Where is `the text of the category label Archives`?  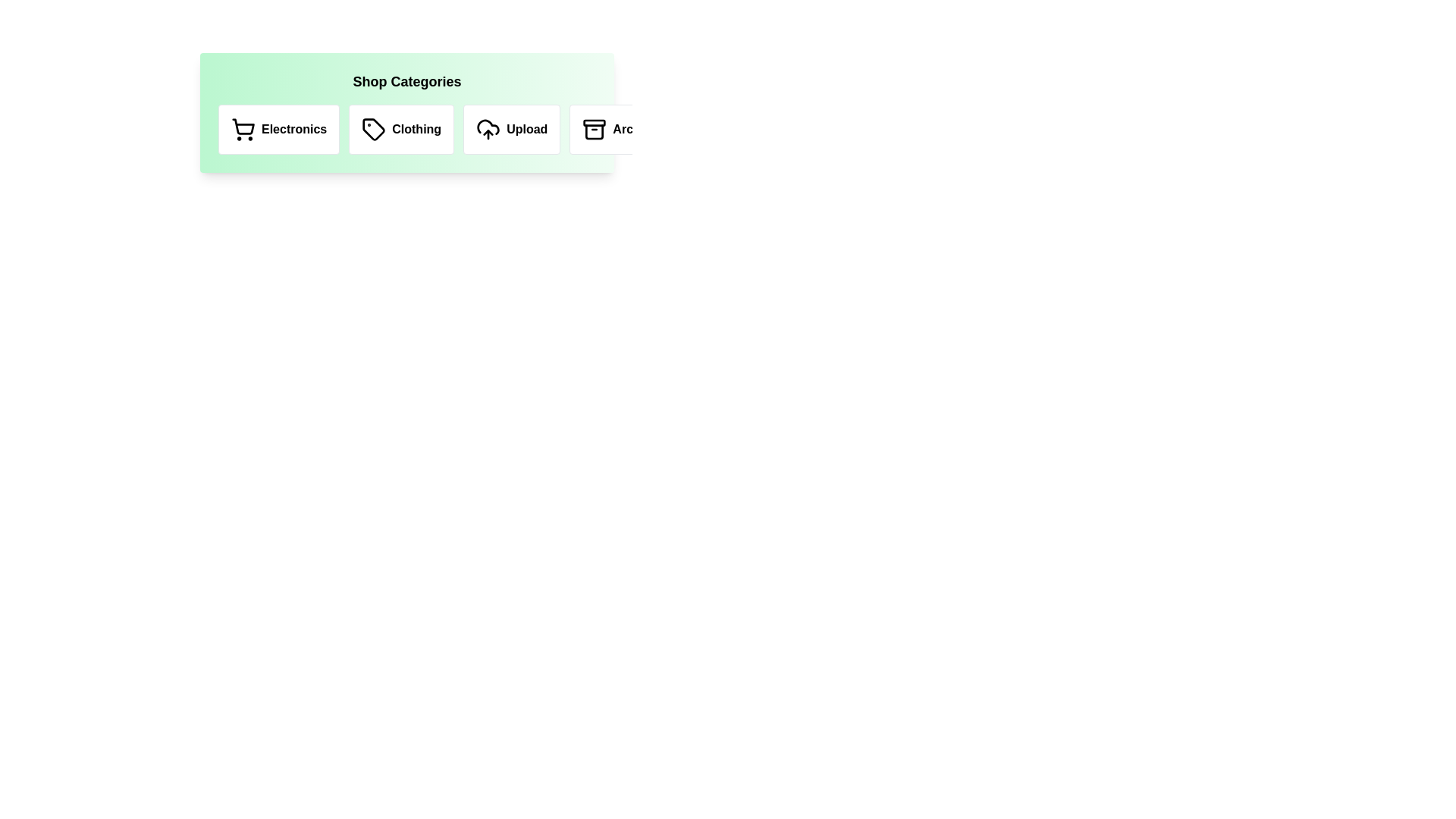
the text of the category label Archives is located at coordinates (623, 128).